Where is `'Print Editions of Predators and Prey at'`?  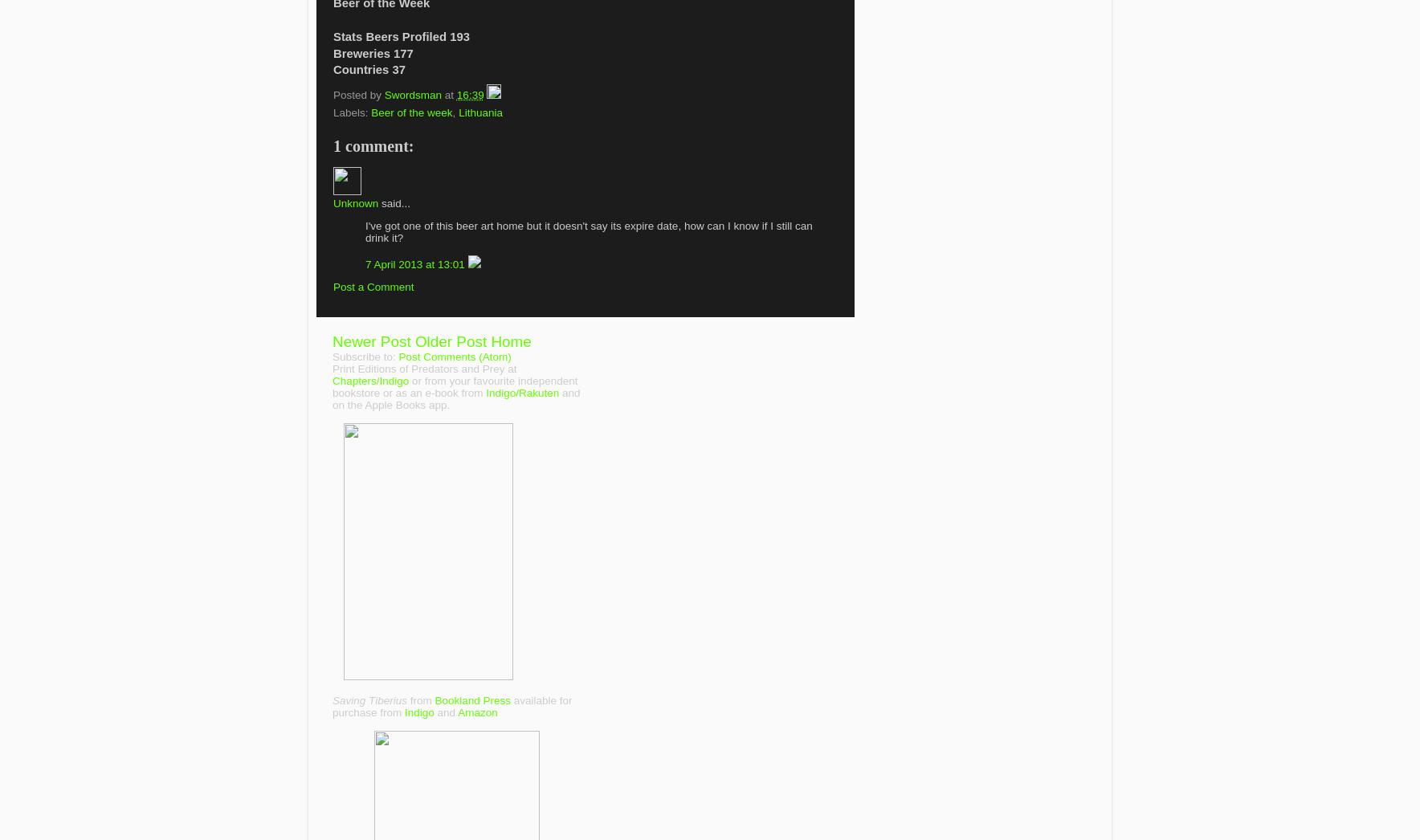 'Print Editions of Predators and Prey at' is located at coordinates (423, 367).